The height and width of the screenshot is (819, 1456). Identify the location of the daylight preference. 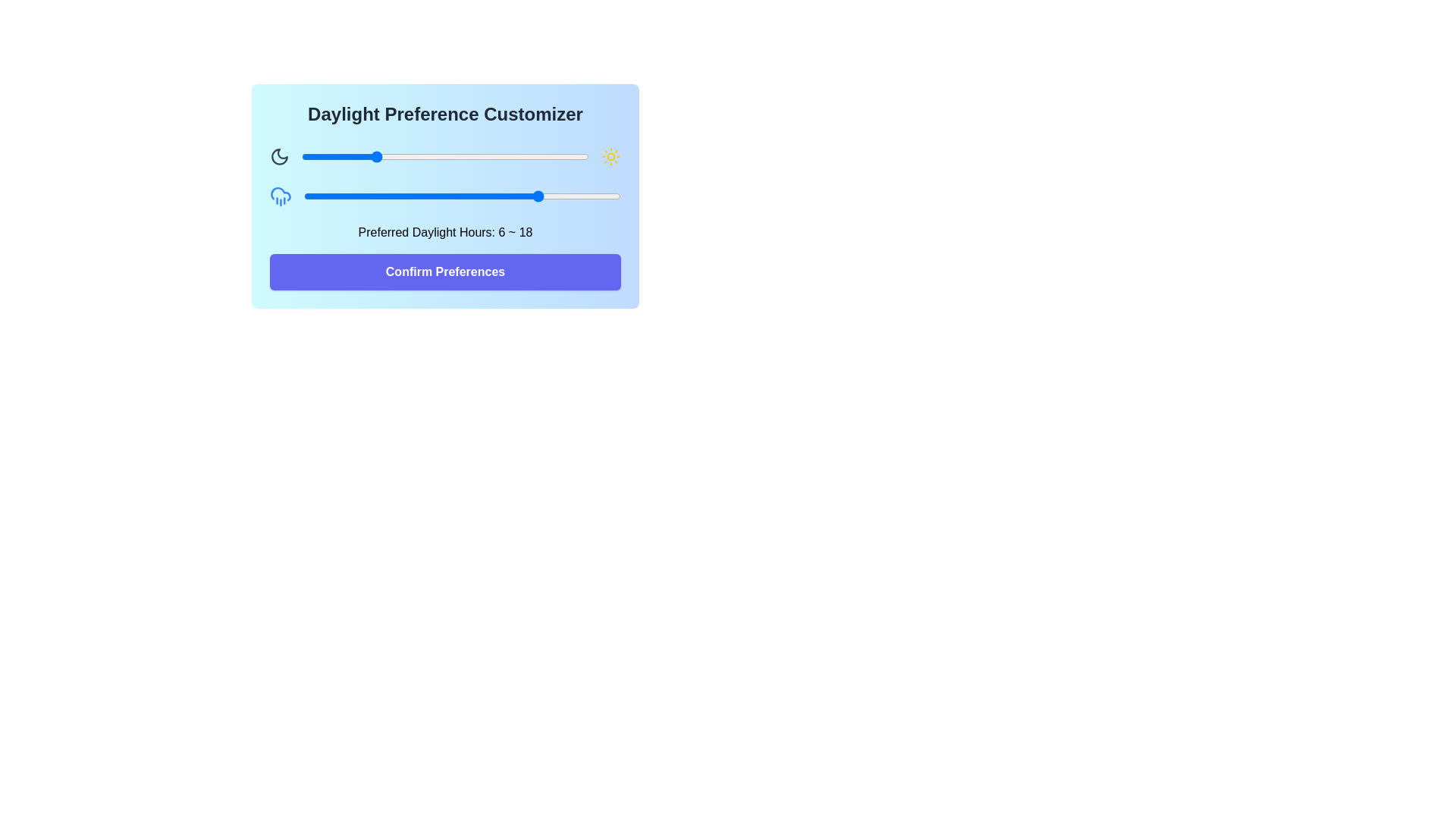
(480, 157).